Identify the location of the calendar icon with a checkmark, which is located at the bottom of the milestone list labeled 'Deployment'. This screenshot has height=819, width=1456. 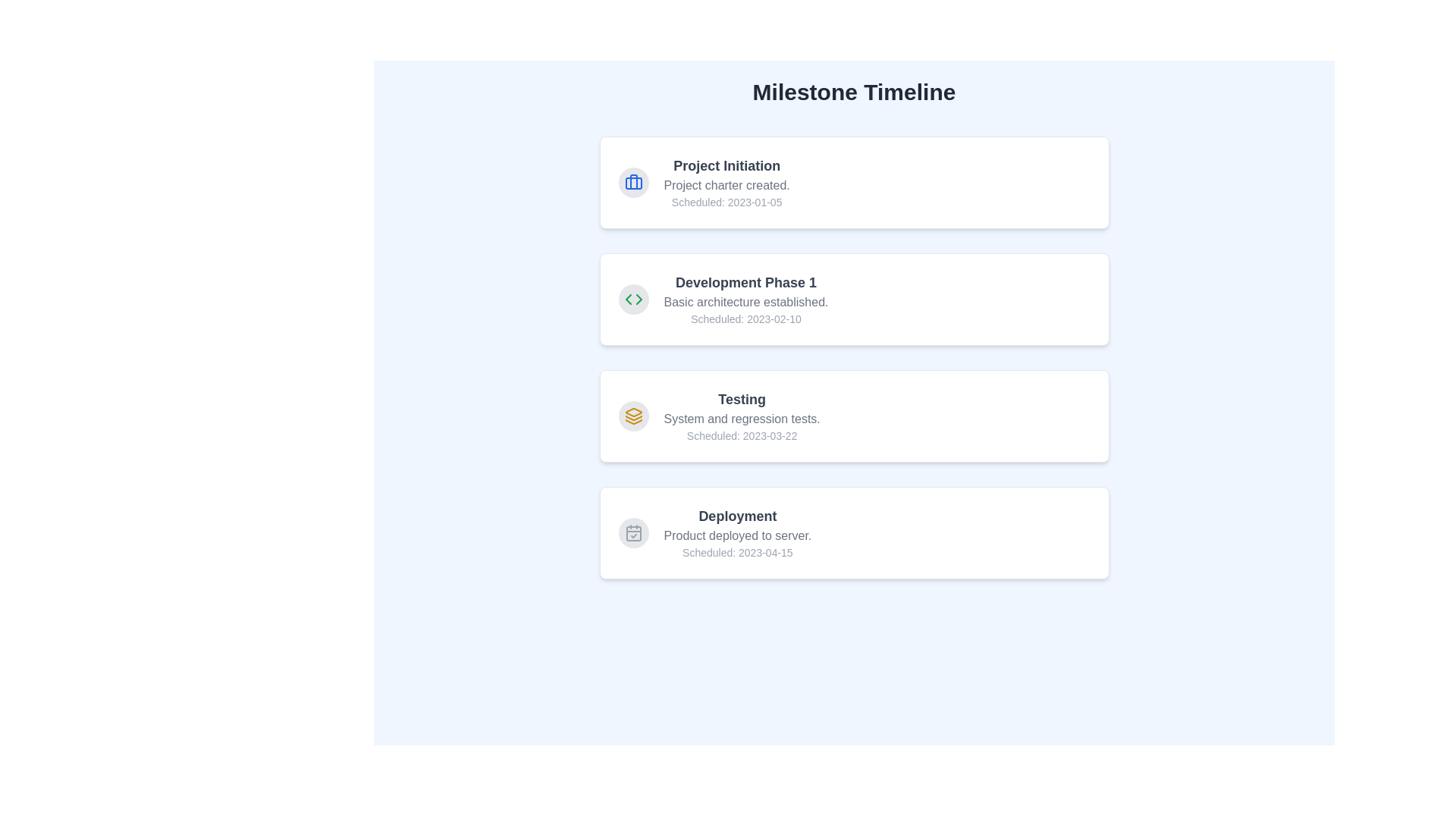
(633, 532).